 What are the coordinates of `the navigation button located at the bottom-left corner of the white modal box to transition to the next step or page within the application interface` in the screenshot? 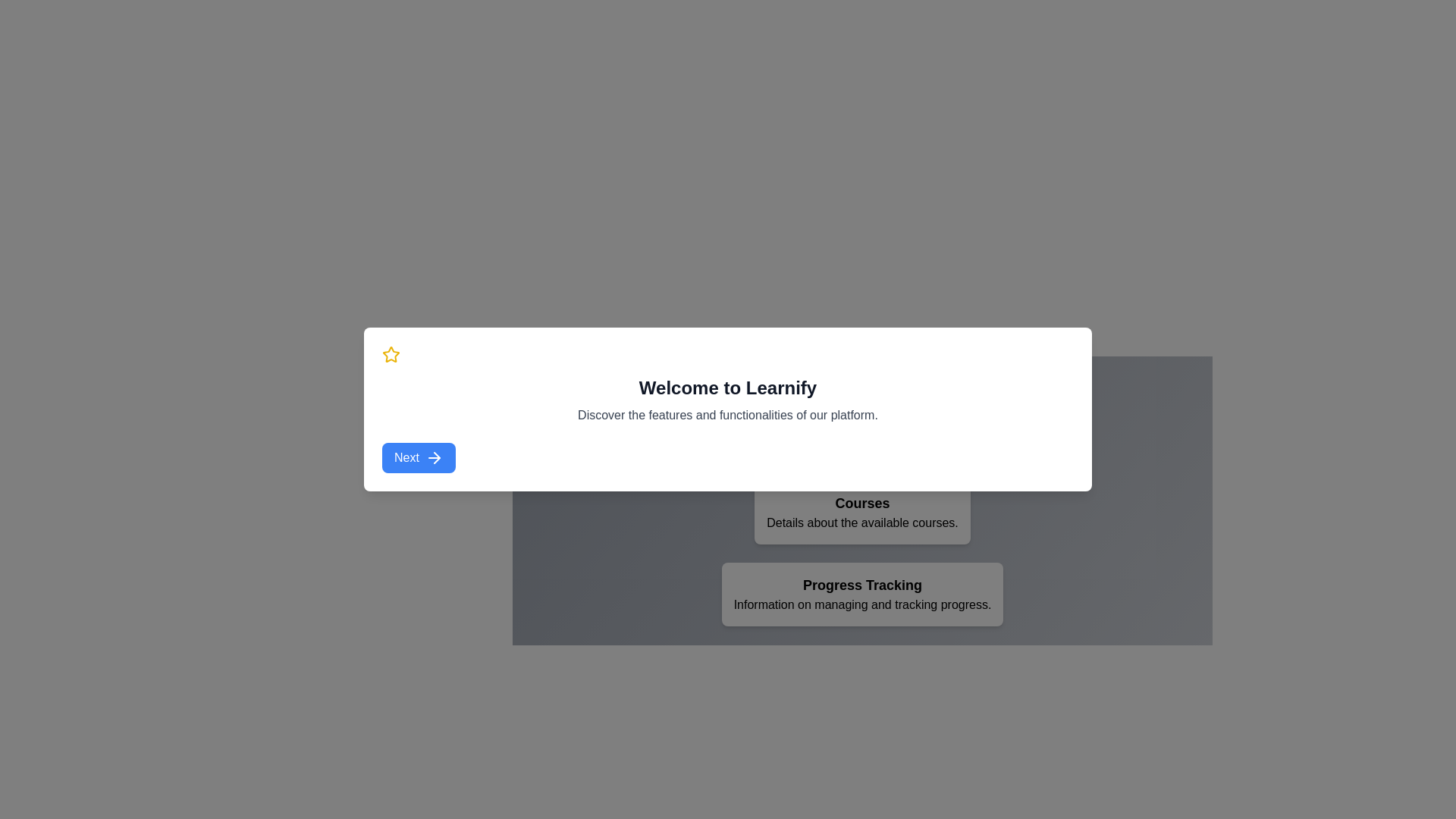 It's located at (419, 457).